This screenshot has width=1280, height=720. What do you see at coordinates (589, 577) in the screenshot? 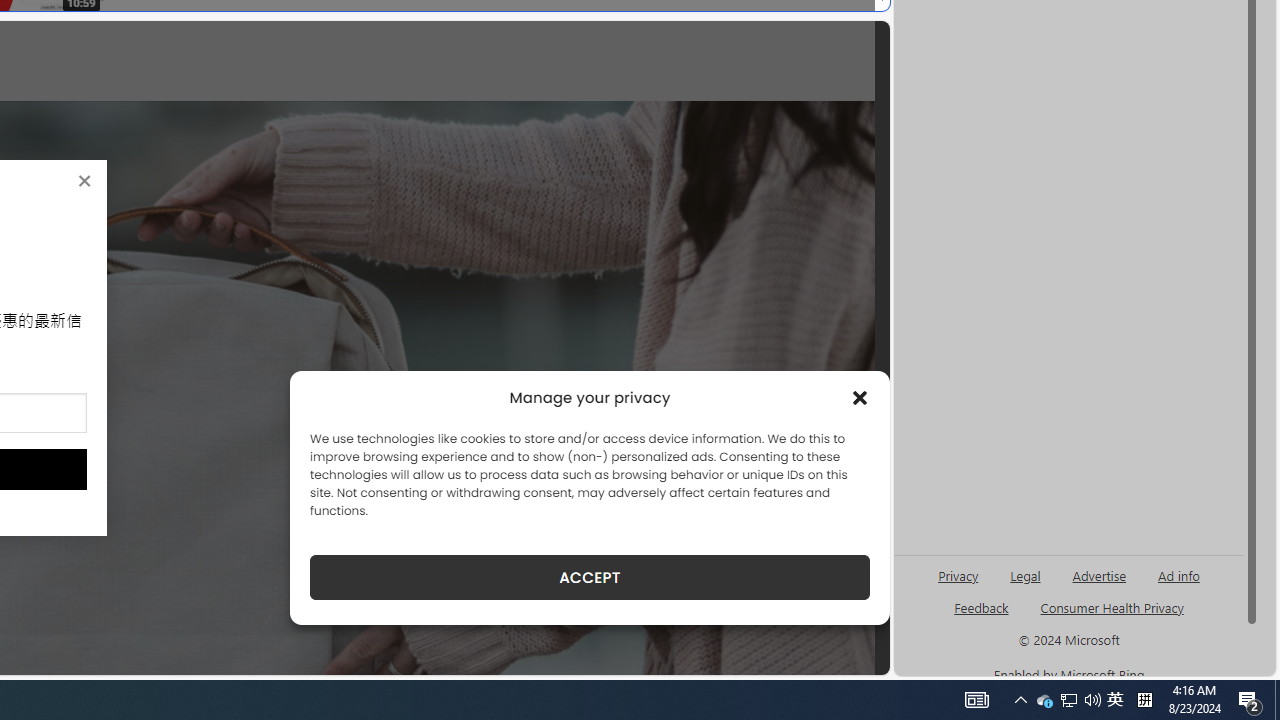
I see `'ACCEPT'` at bounding box center [589, 577].